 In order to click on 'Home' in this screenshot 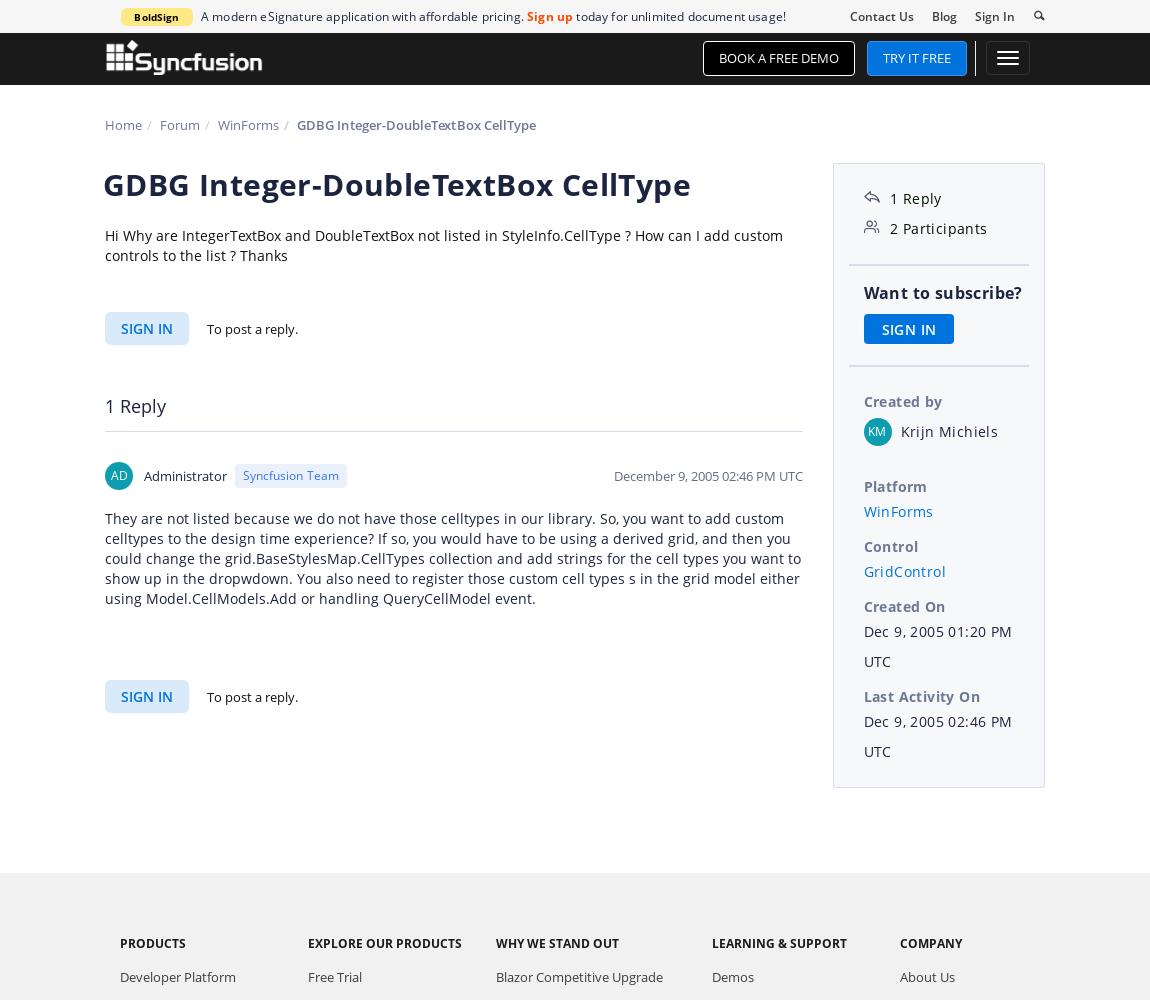, I will do `click(122, 125)`.